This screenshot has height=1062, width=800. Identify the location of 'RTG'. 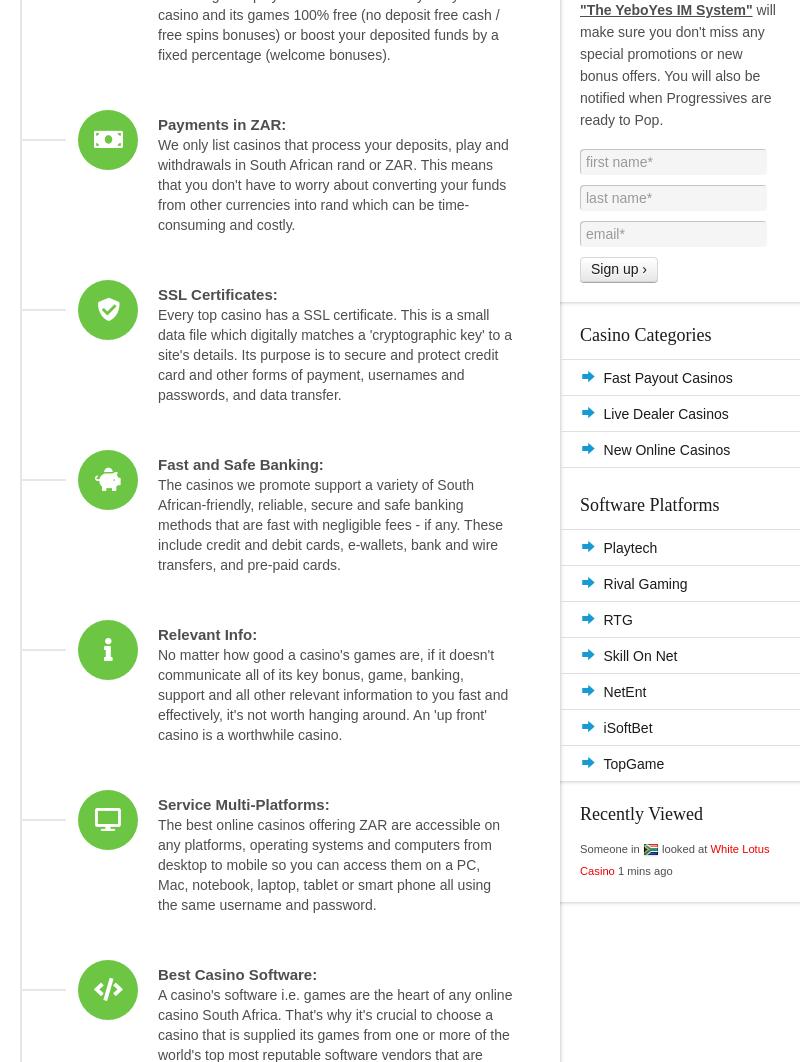
(617, 619).